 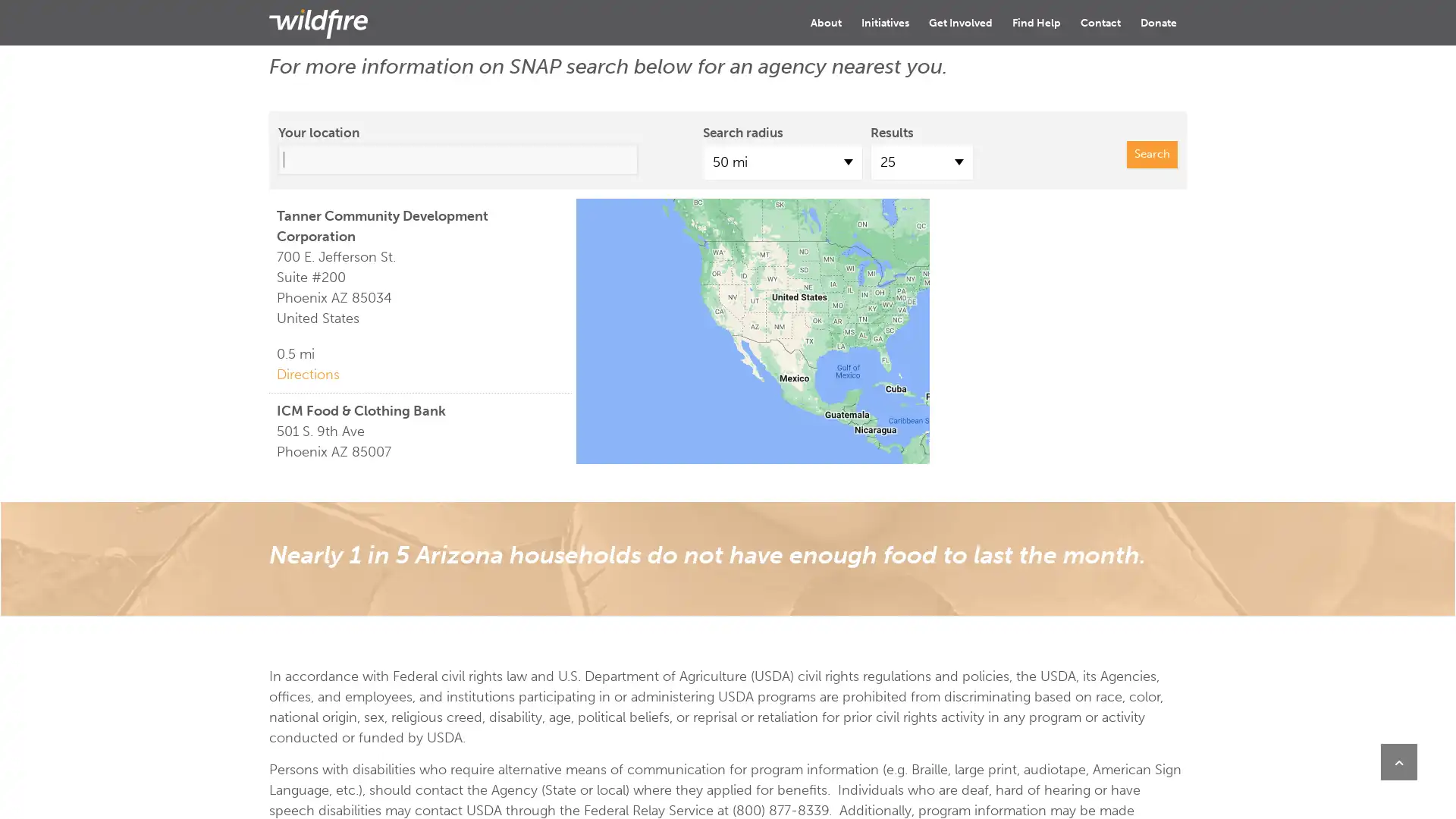 I want to click on Keogh HC at WIC, so click(x=846, y=300).